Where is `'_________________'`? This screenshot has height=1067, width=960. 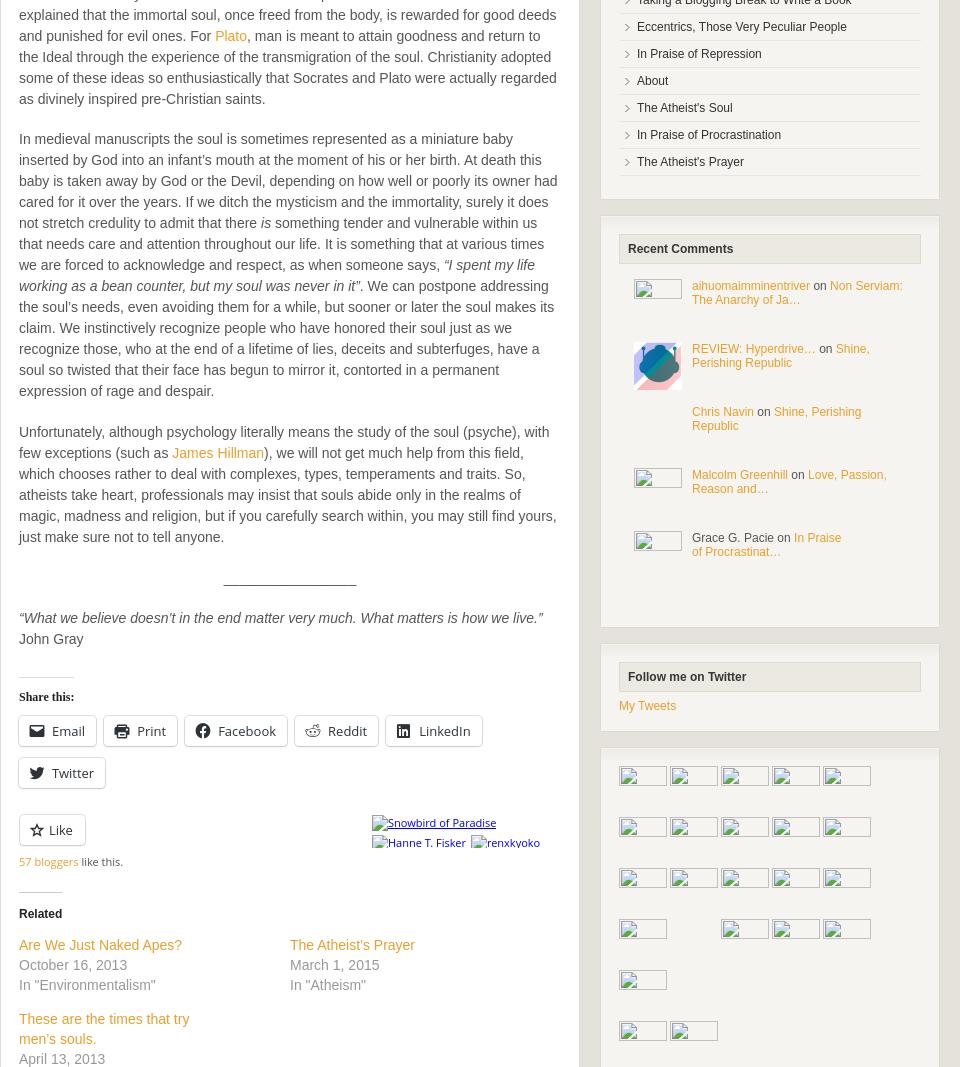 '_________________' is located at coordinates (288, 577).